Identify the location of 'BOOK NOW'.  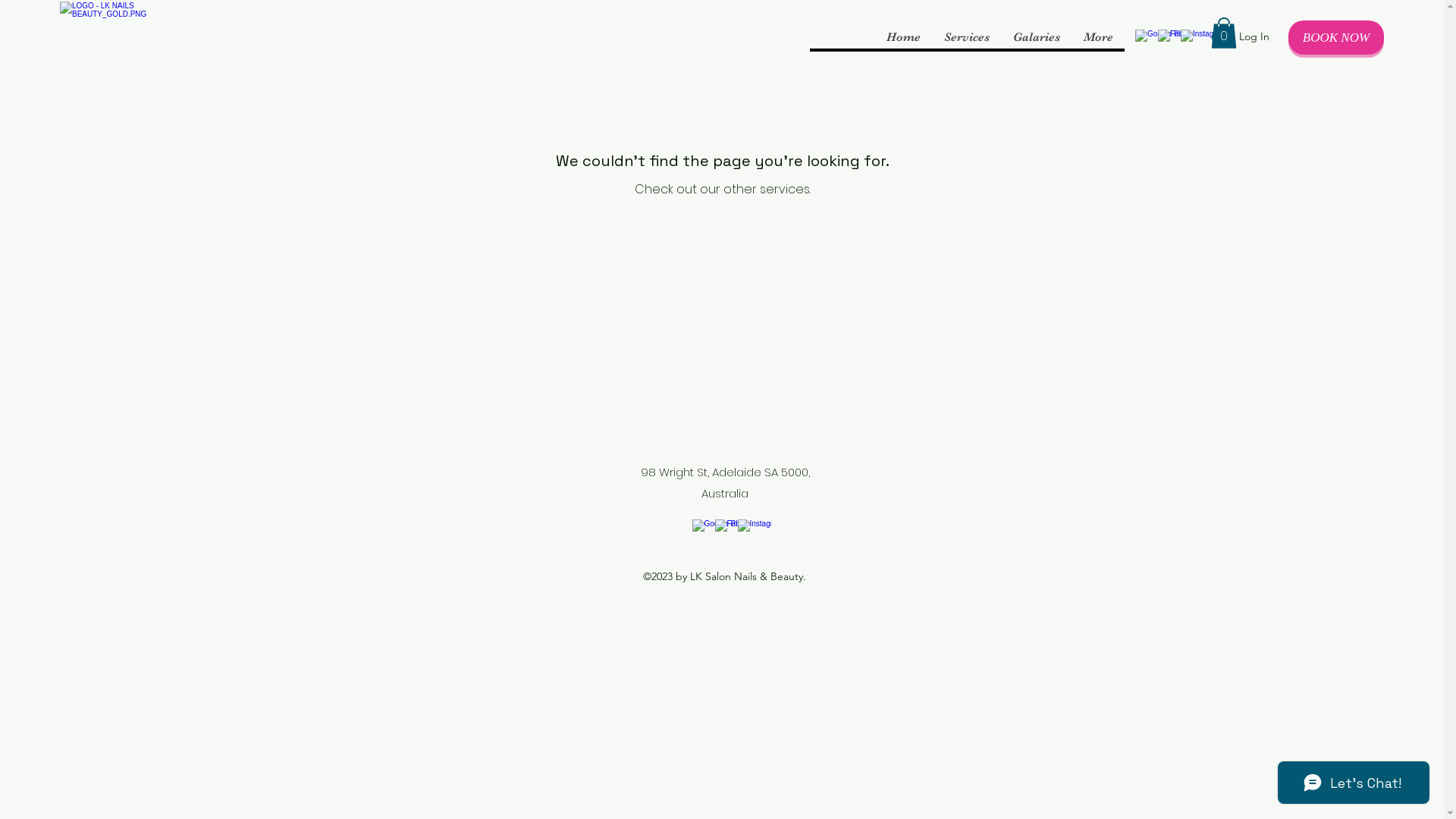
(1335, 36).